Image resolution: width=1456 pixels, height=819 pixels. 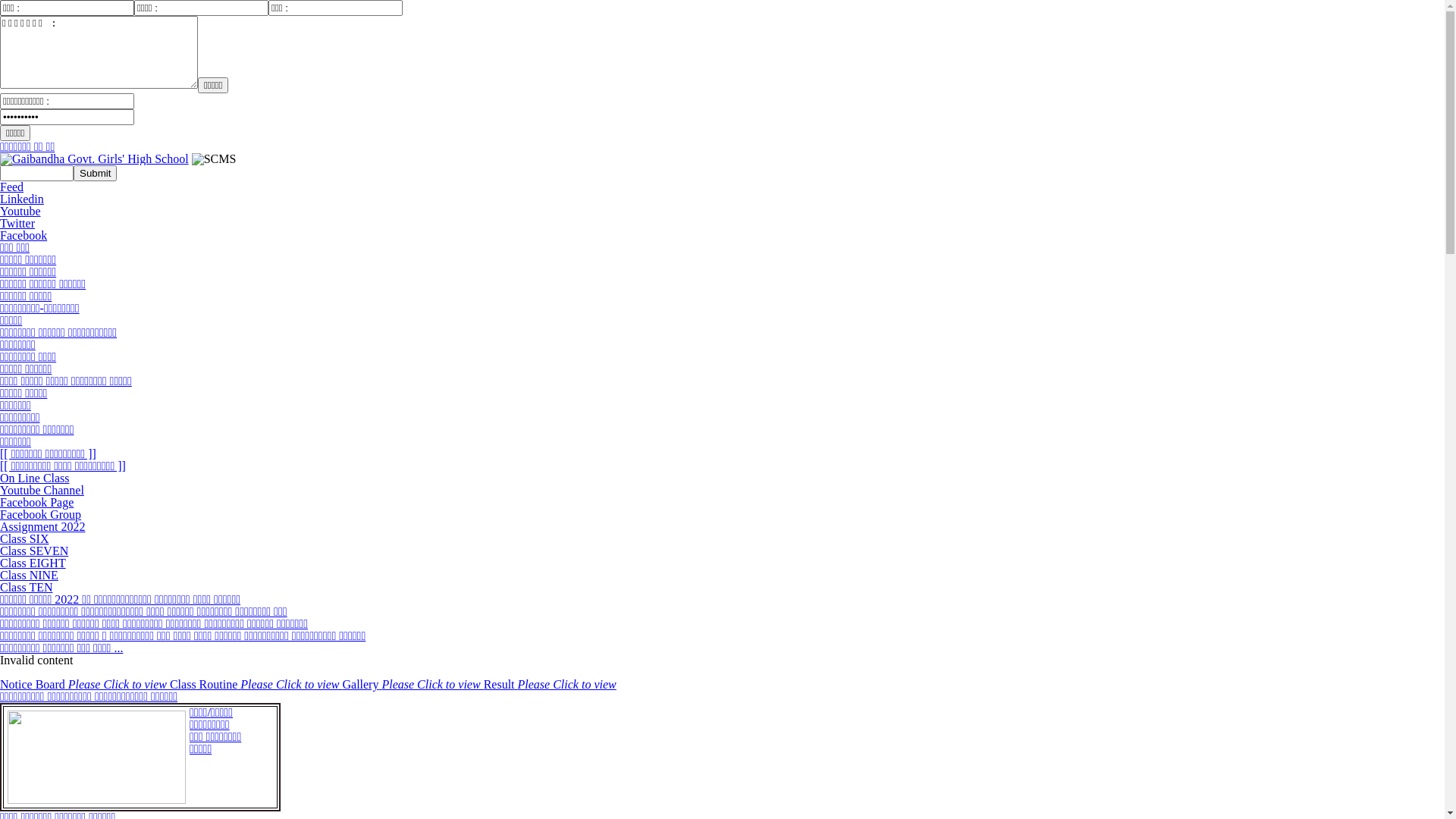 I want to click on 'Youtube', so click(x=20, y=211).